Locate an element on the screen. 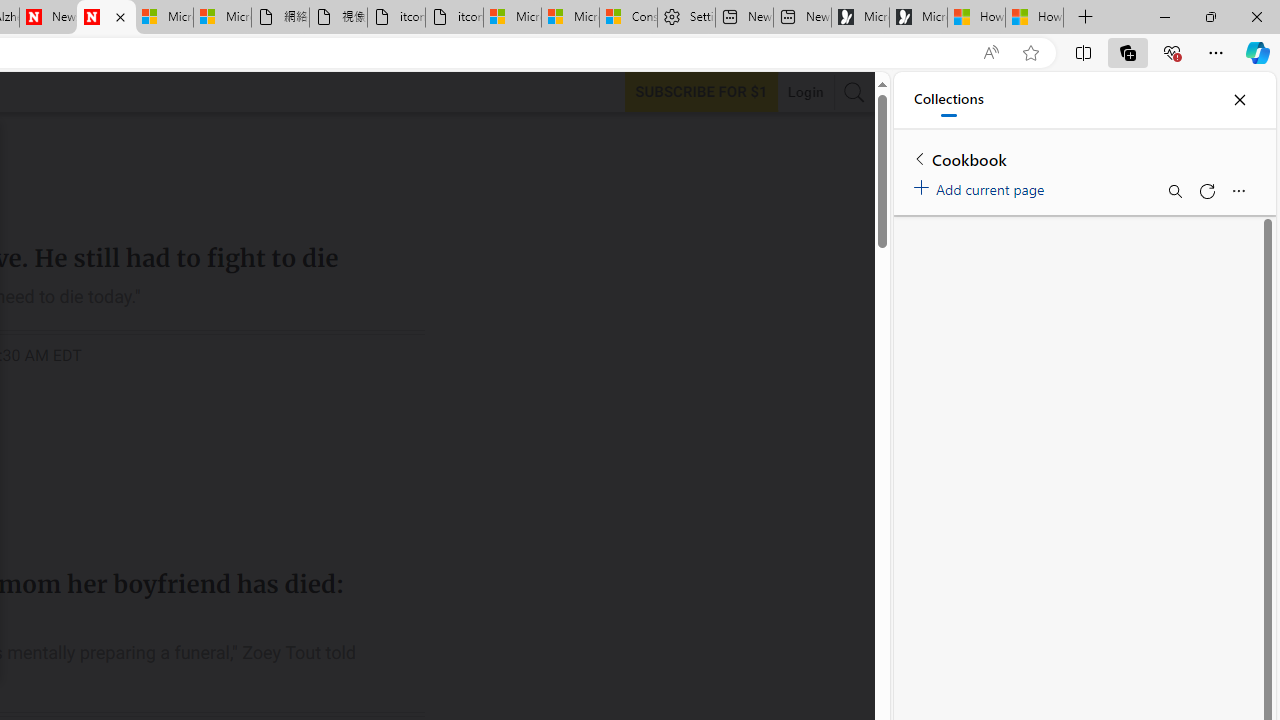  'Newsweek - News, Analysis, Politics, Business, Technology' is located at coordinates (48, 17).